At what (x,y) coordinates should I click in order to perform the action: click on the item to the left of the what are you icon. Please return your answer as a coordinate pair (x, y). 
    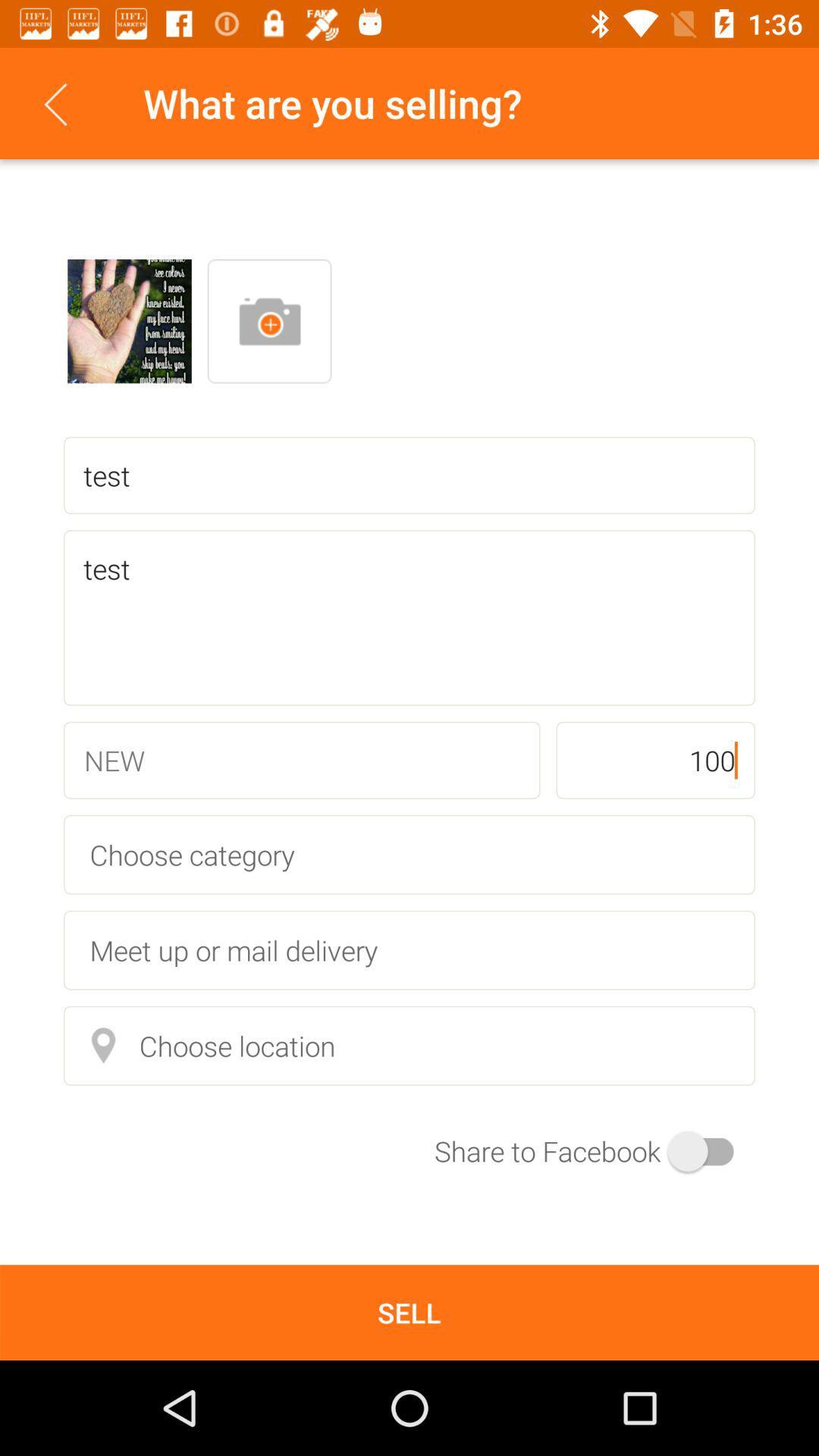
    Looking at the image, I should click on (55, 102).